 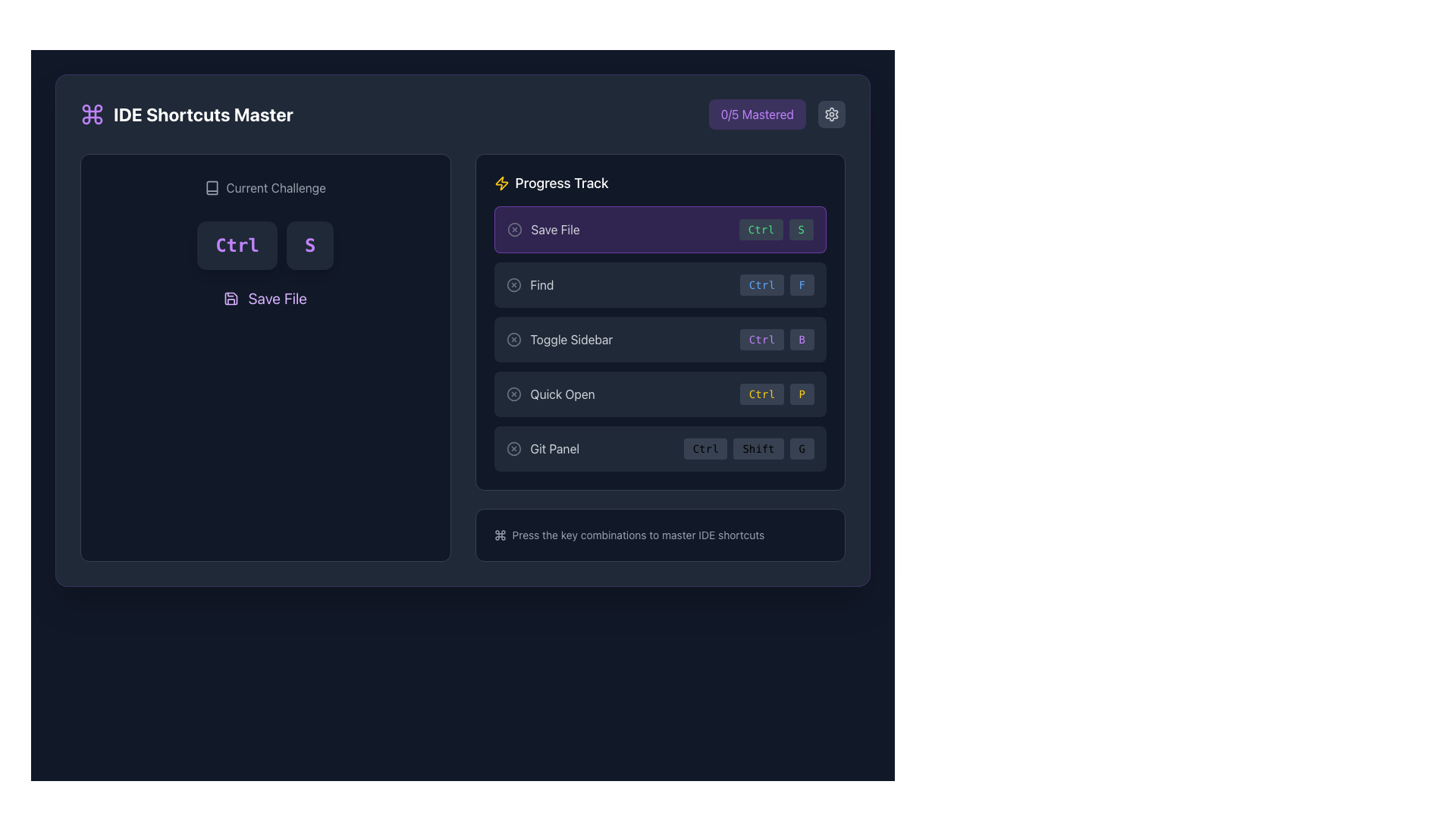 What do you see at coordinates (801, 447) in the screenshot?
I see `the orange button labeled 'G' located at the bottom-right section of the 'Git Panel' in the 'Progress Track' panel` at bounding box center [801, 447].